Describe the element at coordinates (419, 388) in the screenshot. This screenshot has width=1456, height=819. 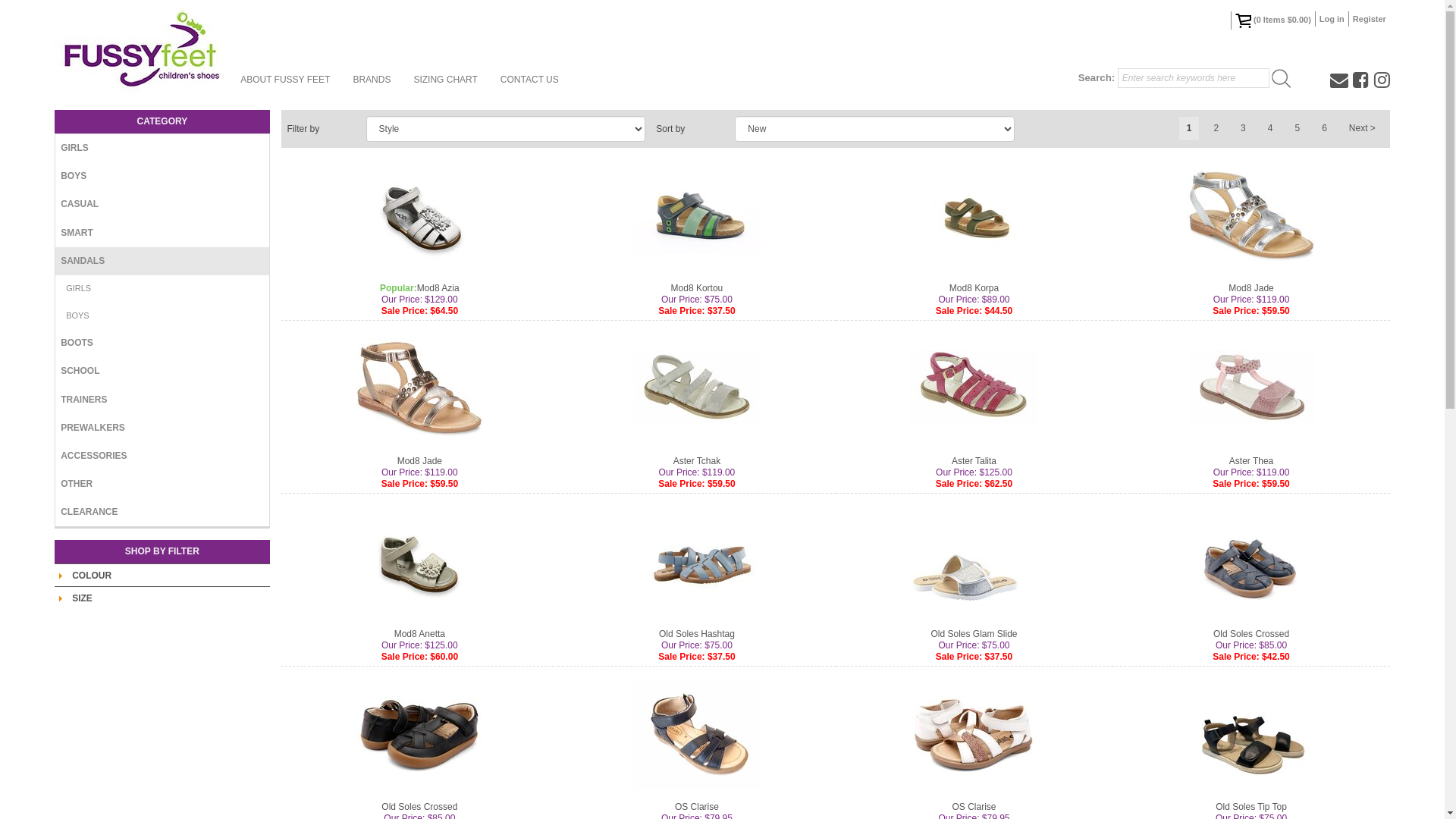
I see `'Mod8 Jade-sandals-Fussy Feet - Childrens Shoes'` at that location.